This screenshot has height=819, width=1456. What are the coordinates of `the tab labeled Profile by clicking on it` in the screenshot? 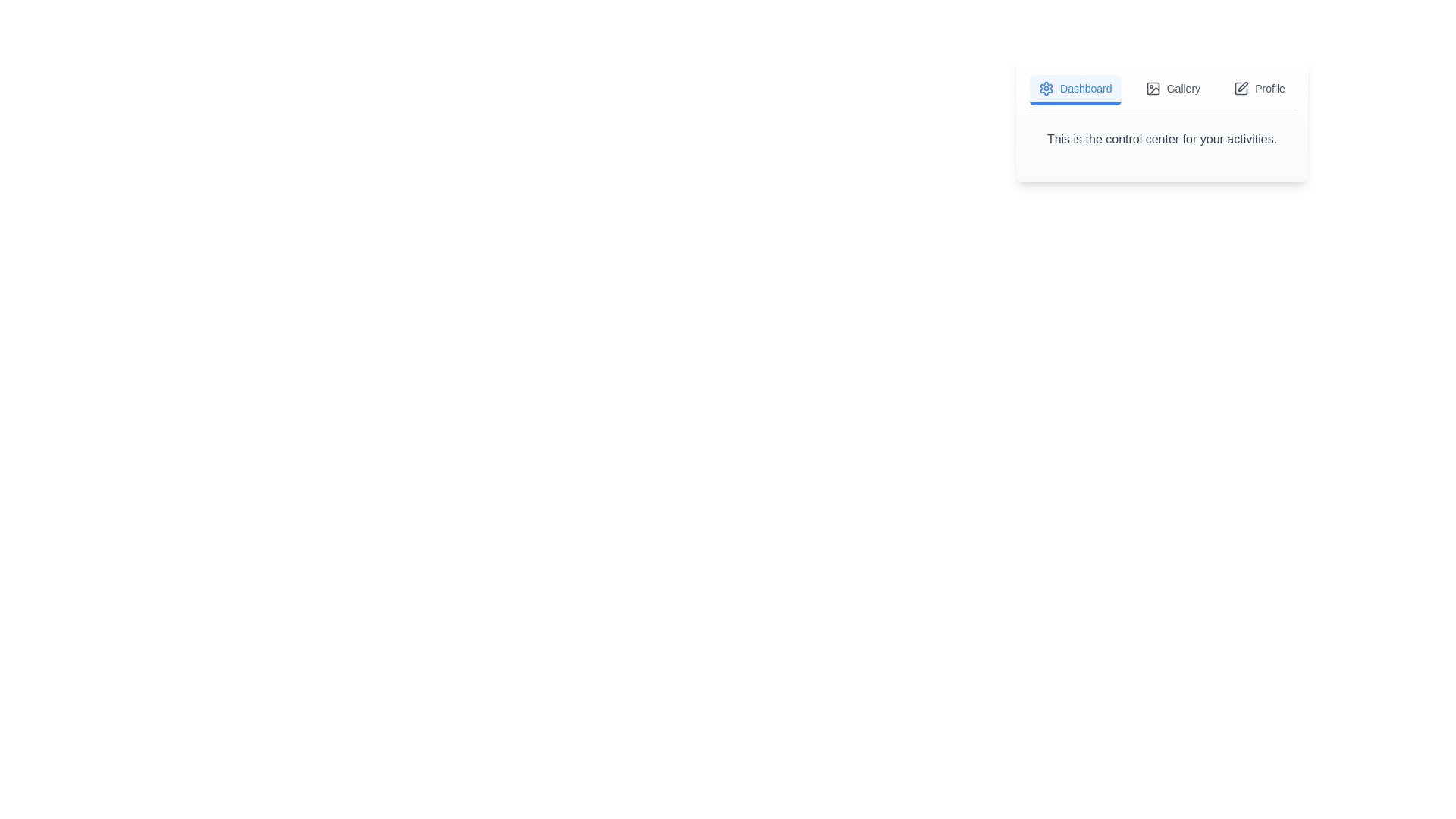 It's located at (1259, 90).